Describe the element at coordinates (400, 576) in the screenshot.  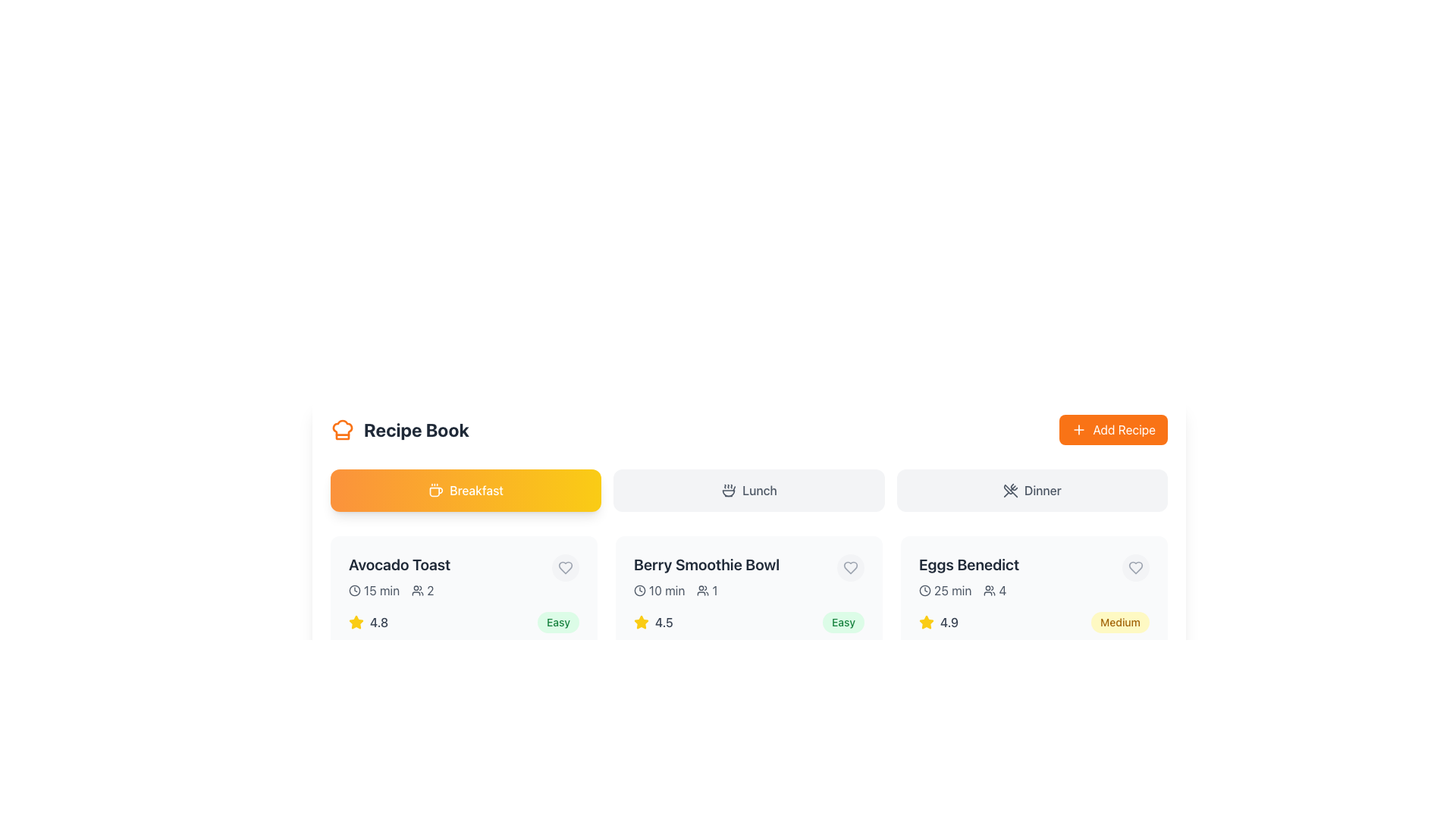
I see `the interactive icons associated with the recipe titled 'Avocado Toast' located beneath the 'Breakfast' section heading` at that location.